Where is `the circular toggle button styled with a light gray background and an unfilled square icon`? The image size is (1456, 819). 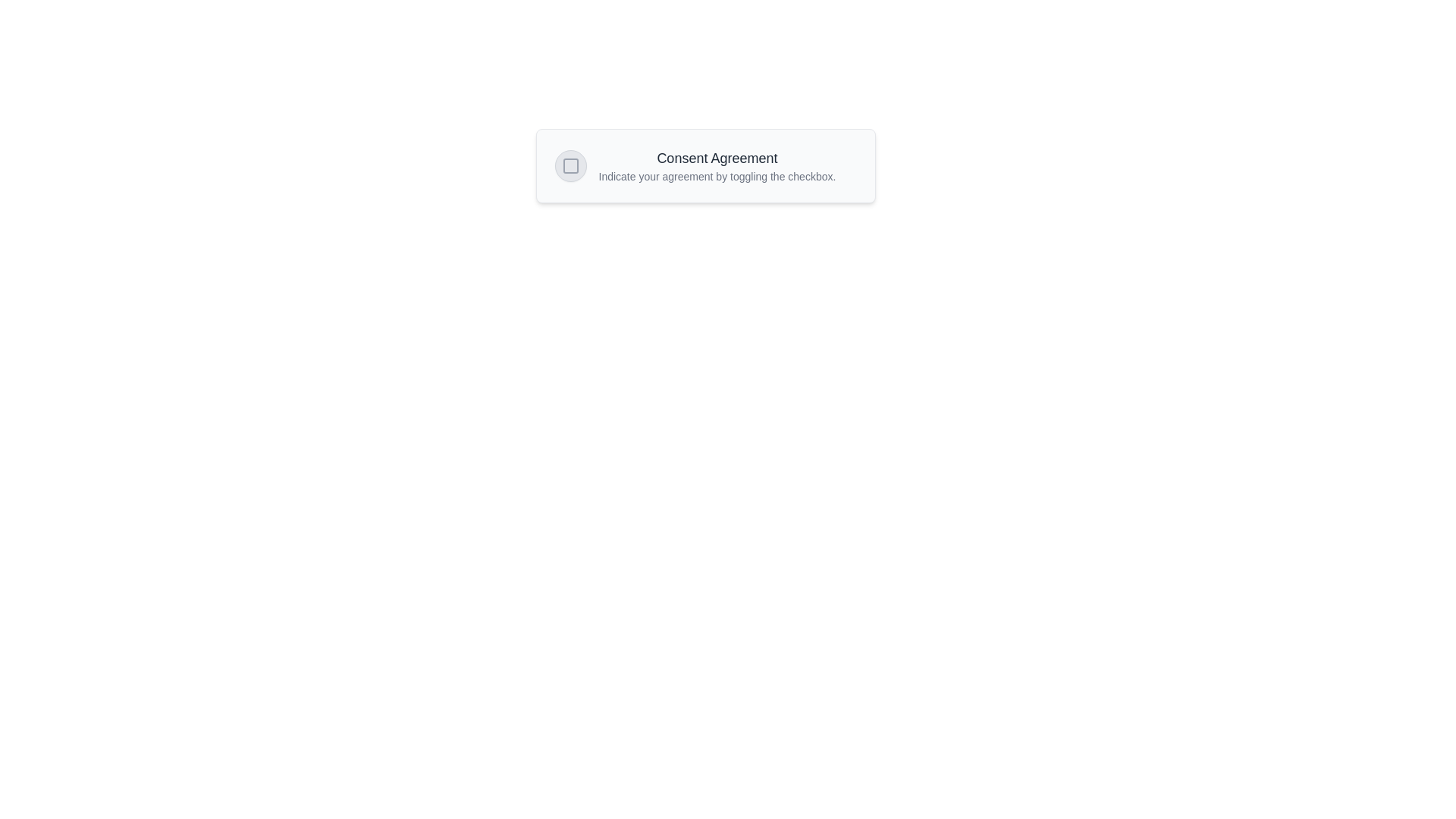 the circular toggle button styled with a light gray background and an unfilled square icon is located at coordinates (570, 166).